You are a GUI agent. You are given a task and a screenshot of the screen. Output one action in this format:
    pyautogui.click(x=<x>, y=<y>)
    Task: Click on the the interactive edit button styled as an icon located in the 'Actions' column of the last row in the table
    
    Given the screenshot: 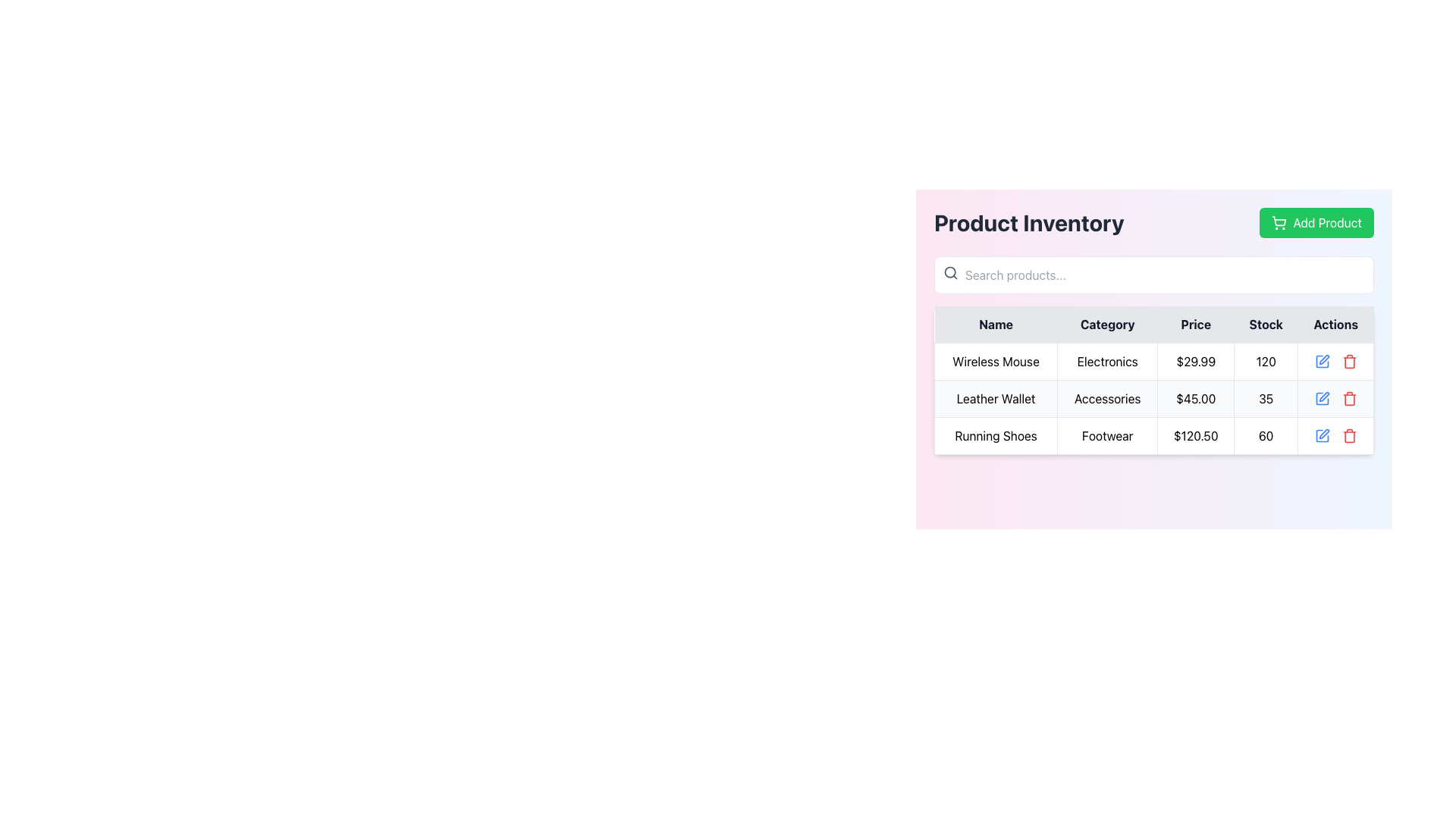 What is the action you would take?
    pyautogui.click(x=1321, y=435)
    